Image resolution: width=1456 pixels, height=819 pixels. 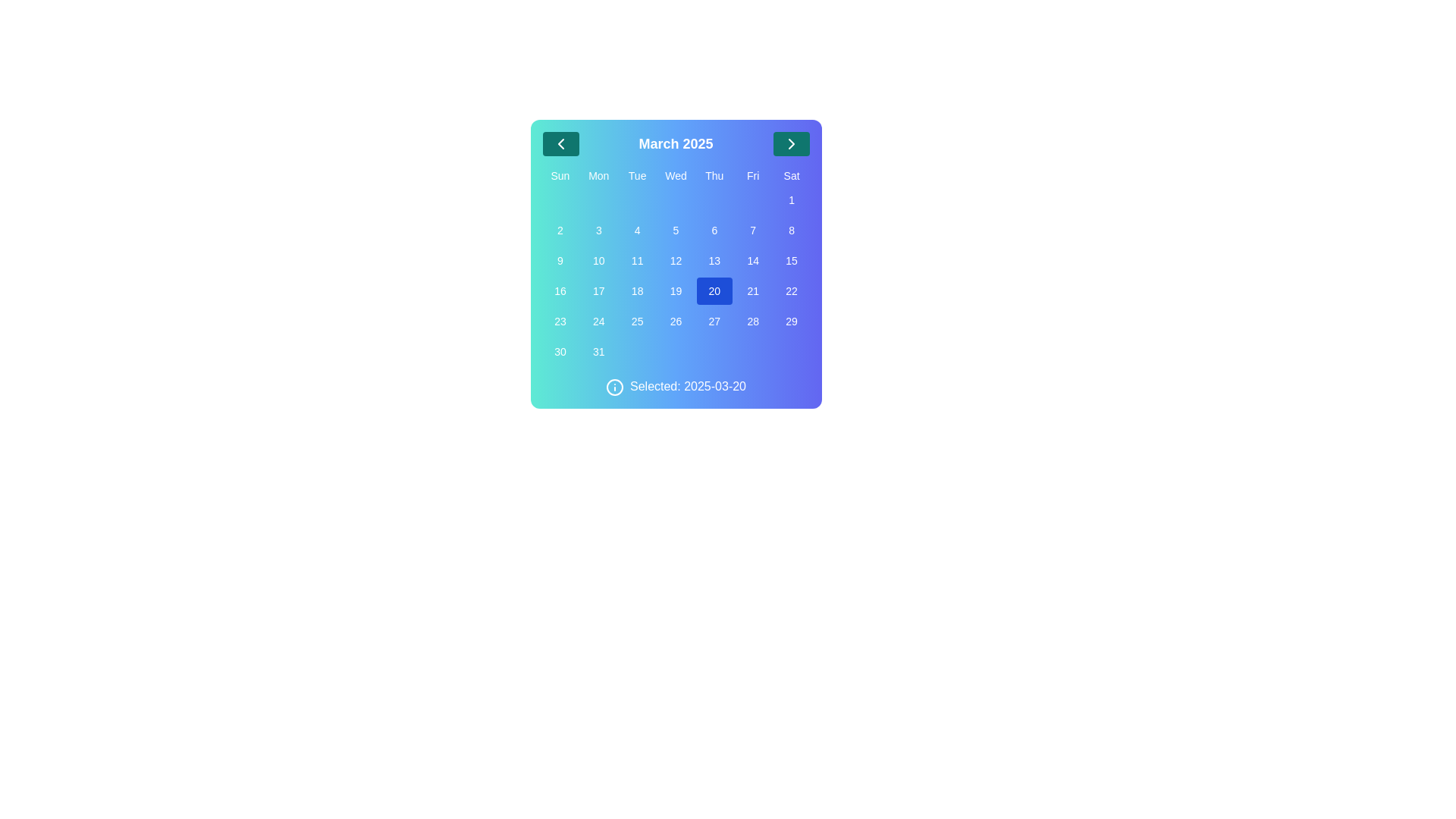 What do you see at coordinates (675, 143) in the screenshot?
I see `the header label indicating the currently displayed month and year in the calendar interface, which is located at the center of the top section of the calendar component` at bounding box center [675, 143].